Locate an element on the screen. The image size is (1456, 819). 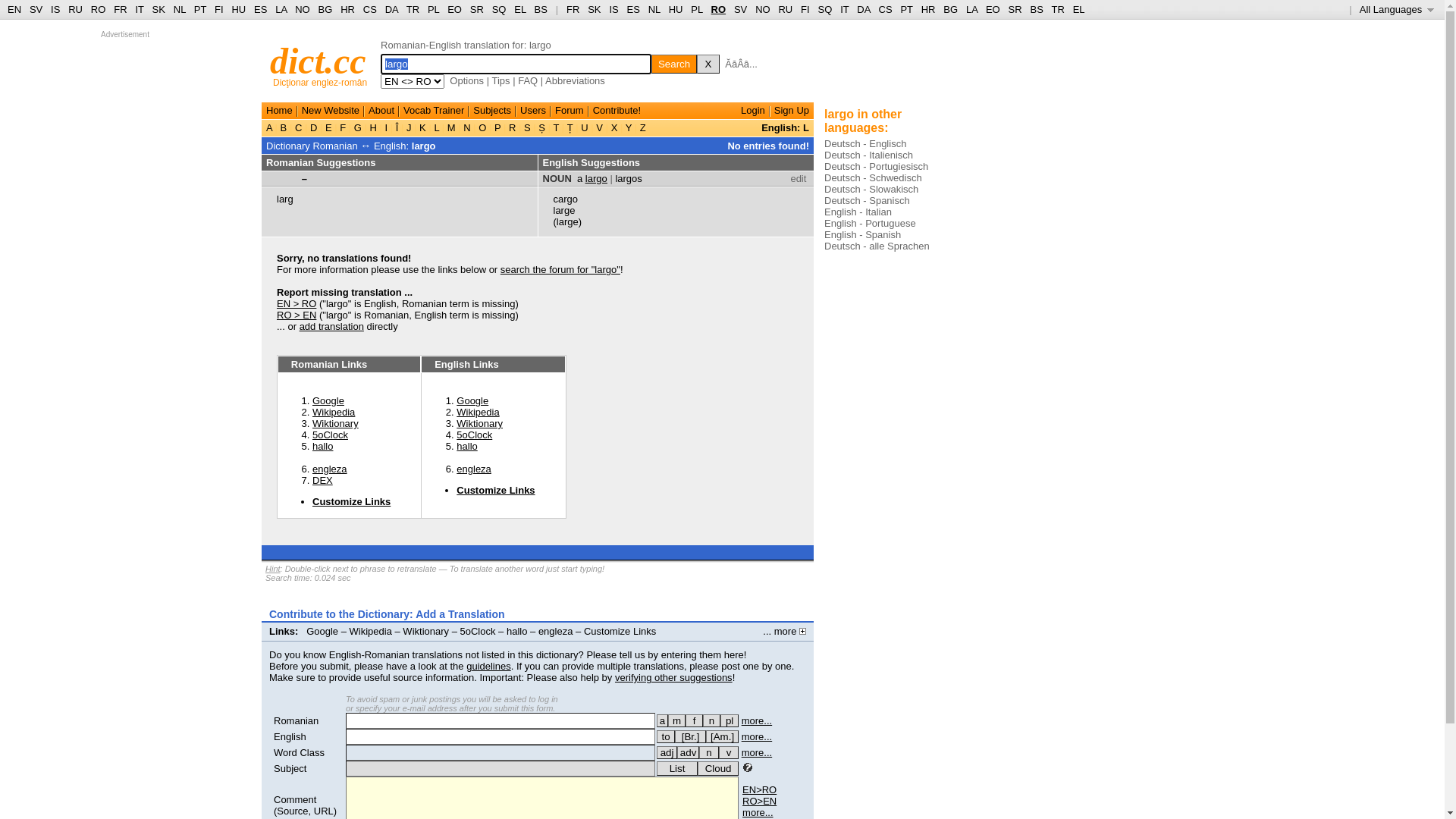
'R' is located at coordinates (512, 127).